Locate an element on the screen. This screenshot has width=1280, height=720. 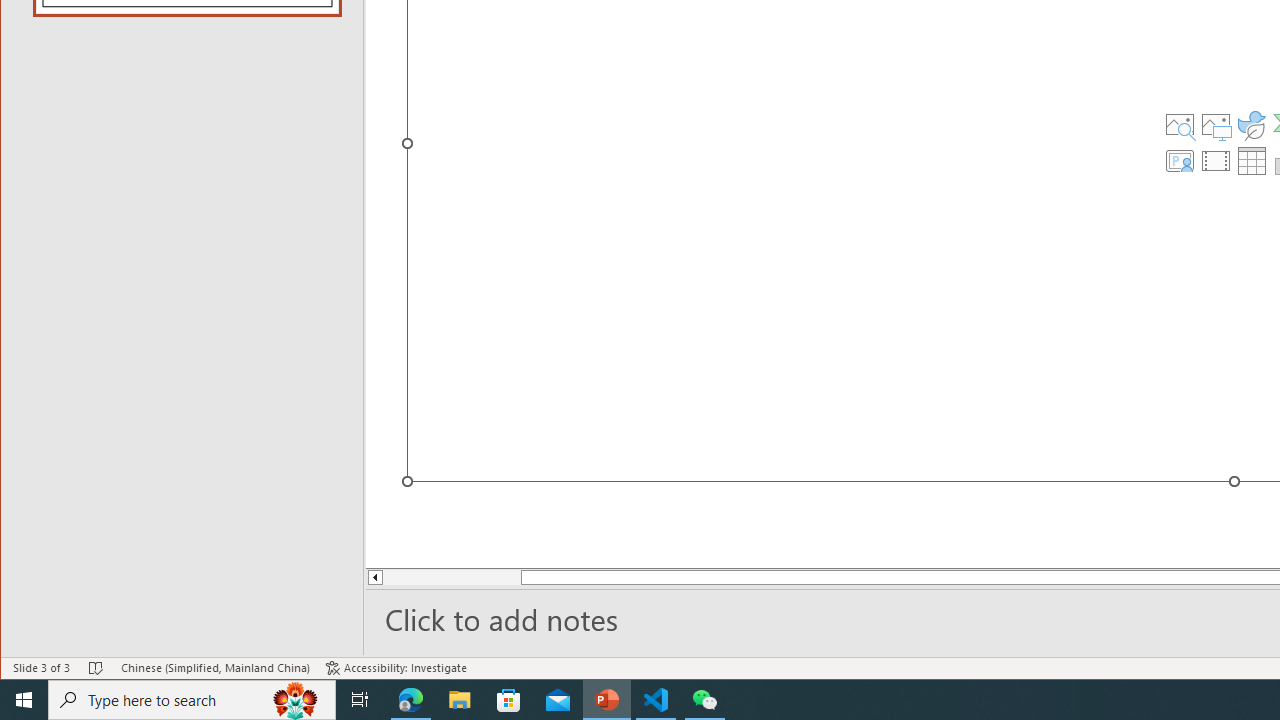
'File Explorer' is located at coordinates (459, 698).